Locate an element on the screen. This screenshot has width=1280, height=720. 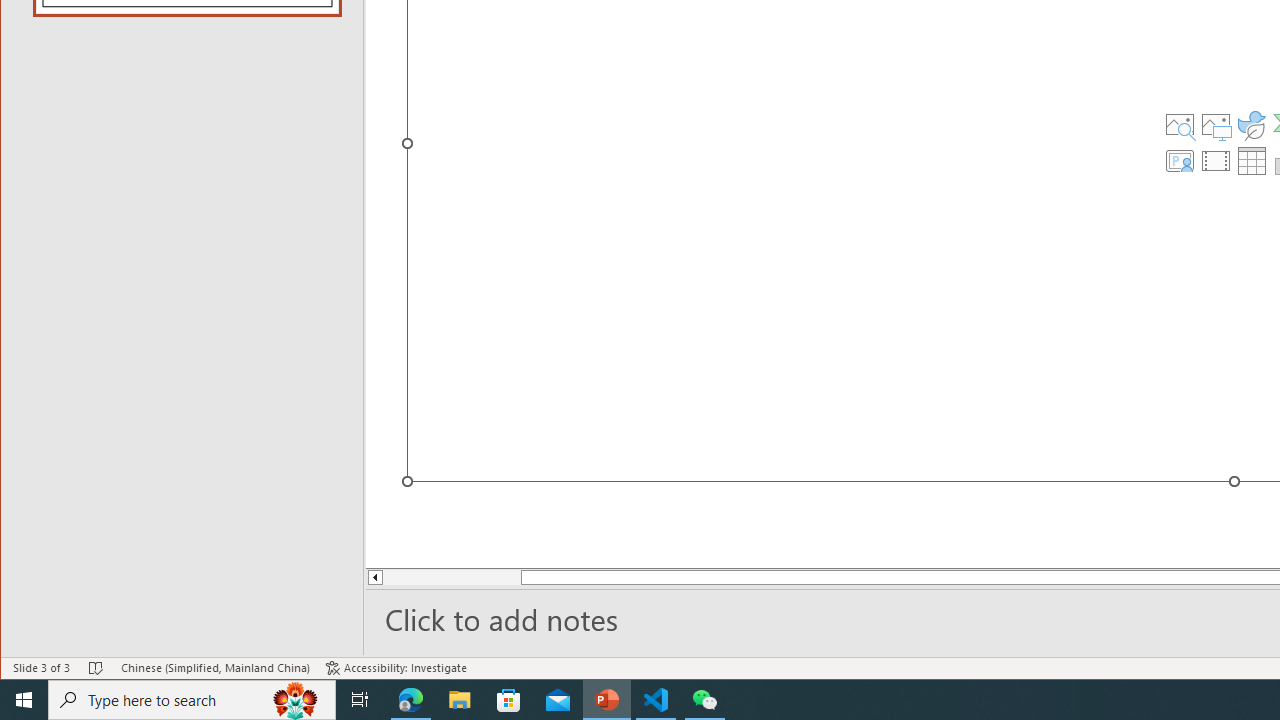
'File Explorer' is located at coordinates (459, 698).